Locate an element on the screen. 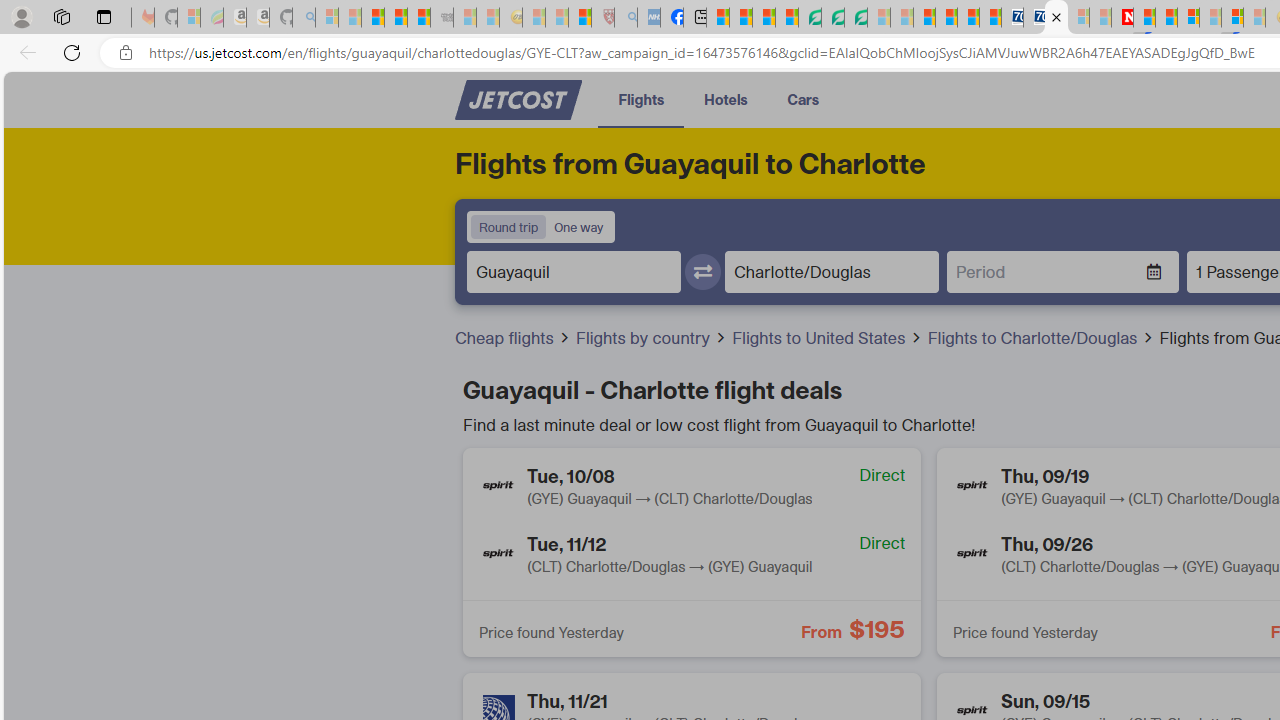 The height and width of the screenshot is (720, 1280). 'Cheap Hotels - Save70.com' is located at coordinates (1034, 17).